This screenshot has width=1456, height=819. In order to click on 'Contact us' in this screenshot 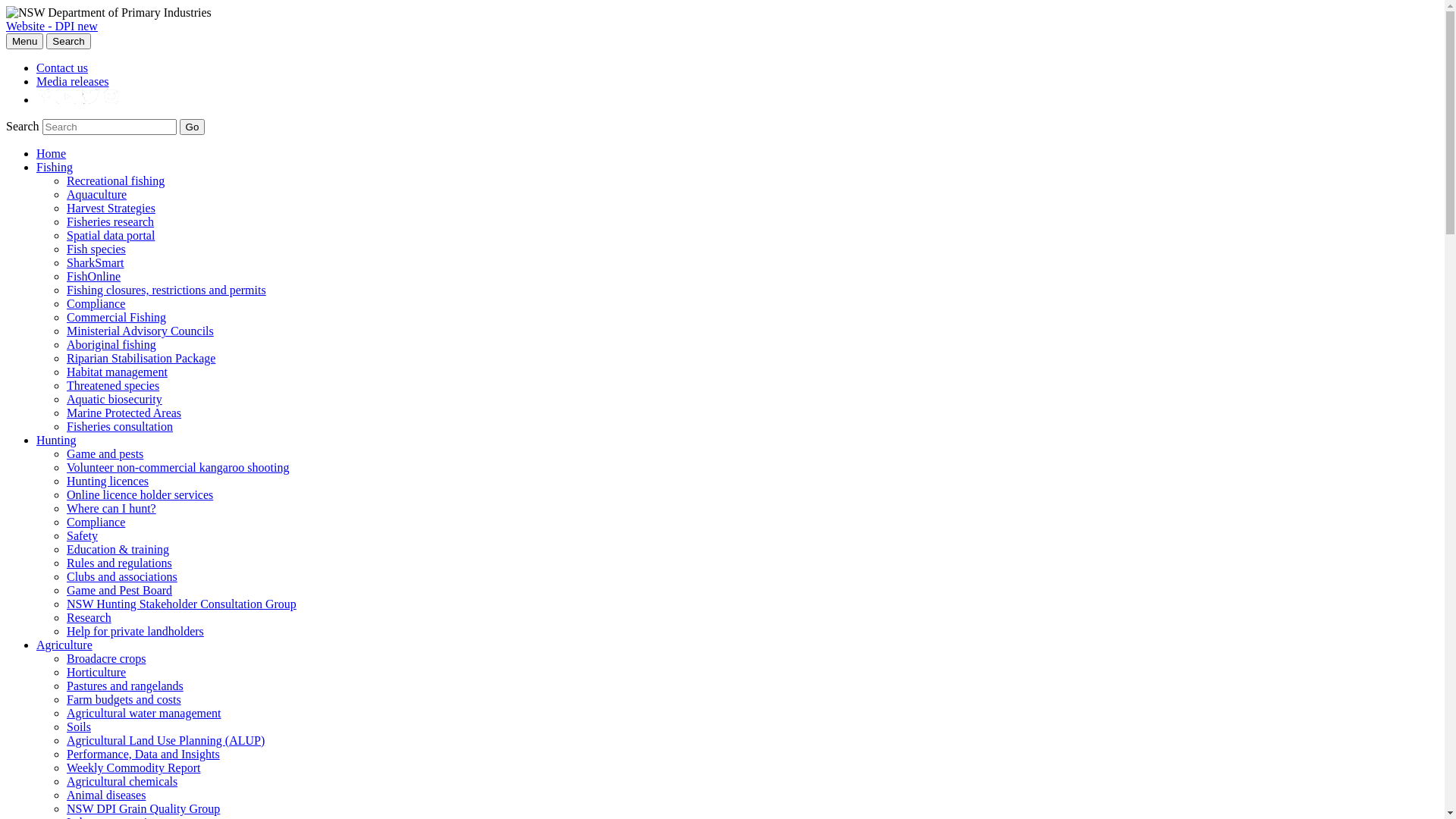, I will do `click(36, 67)`.